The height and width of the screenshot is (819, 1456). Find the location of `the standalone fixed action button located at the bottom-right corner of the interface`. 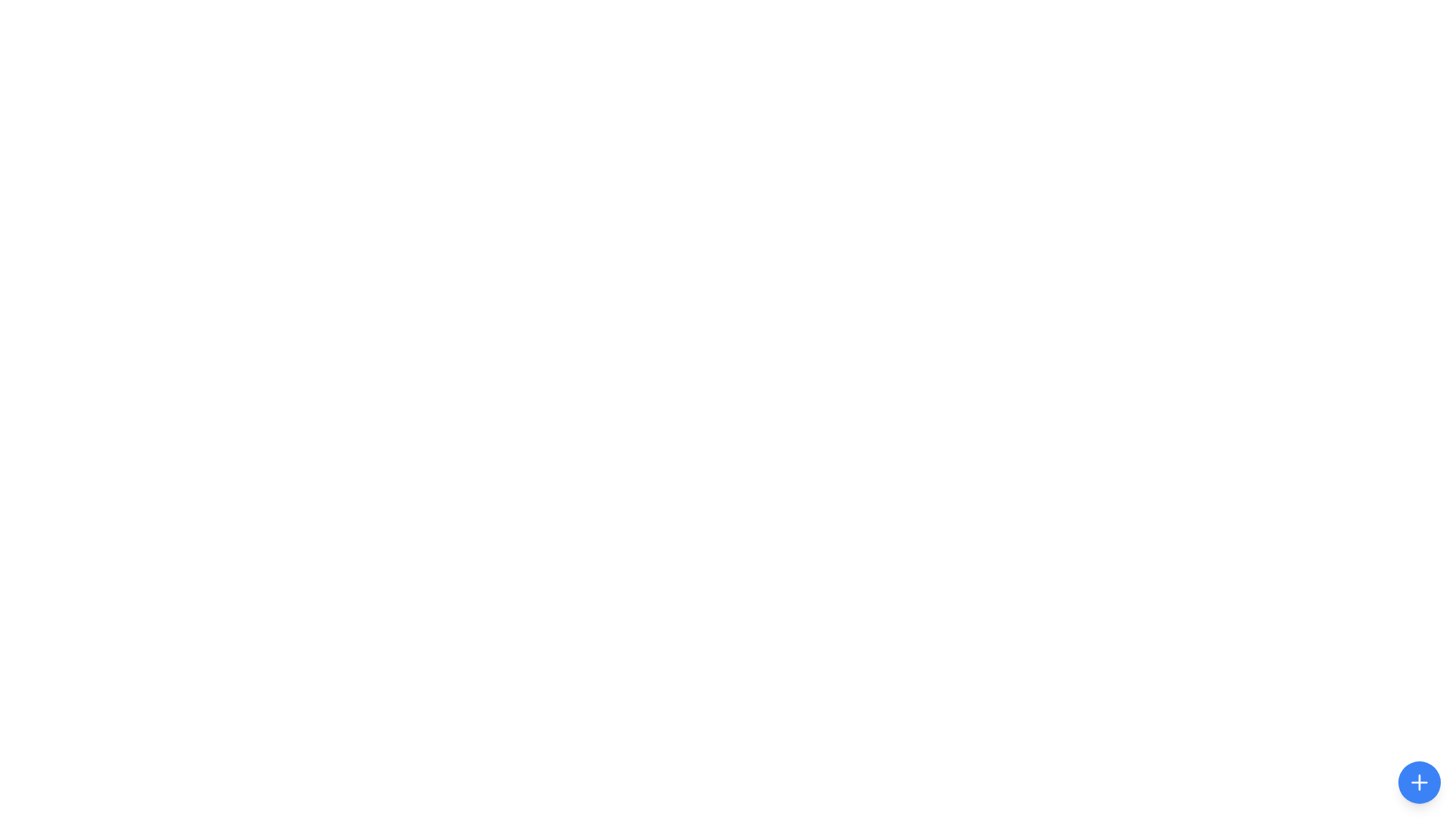

the standalone fixed action button located at the bottom-right corner of the interface is located at coordinates (1419, 783).